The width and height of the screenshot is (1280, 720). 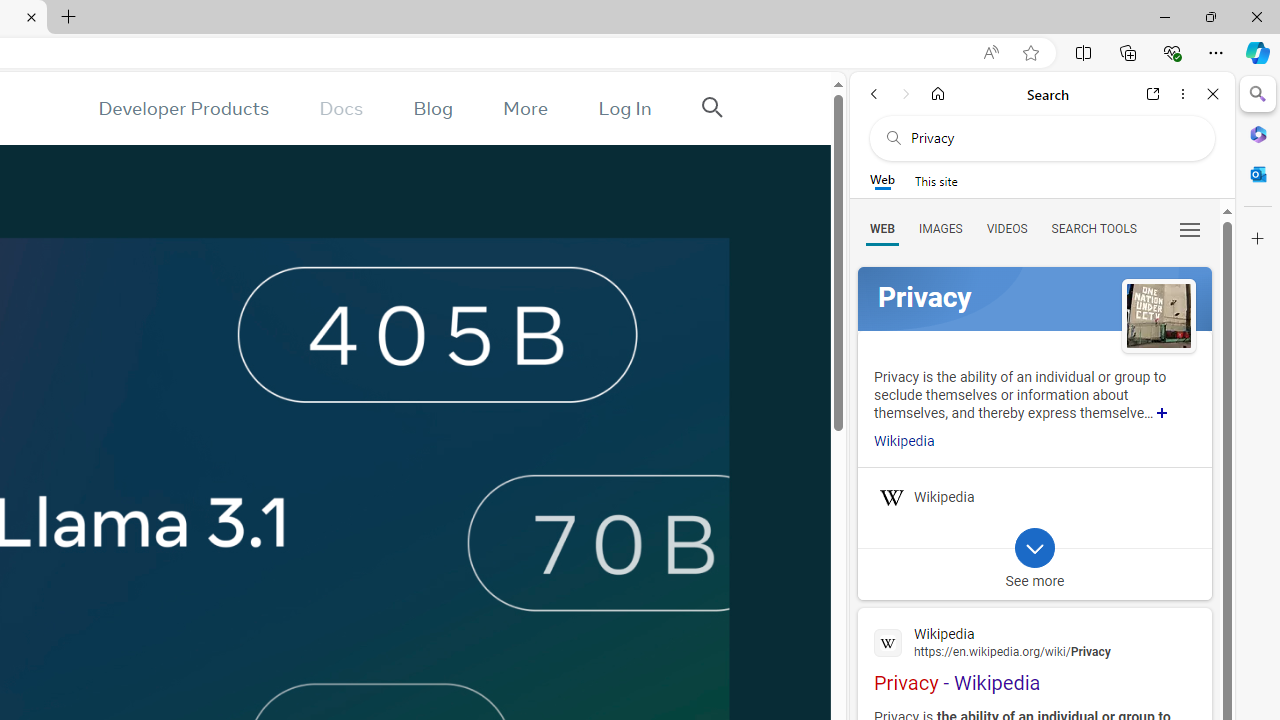 I want to click on 'Preferences', so click(x=1189, y=227).